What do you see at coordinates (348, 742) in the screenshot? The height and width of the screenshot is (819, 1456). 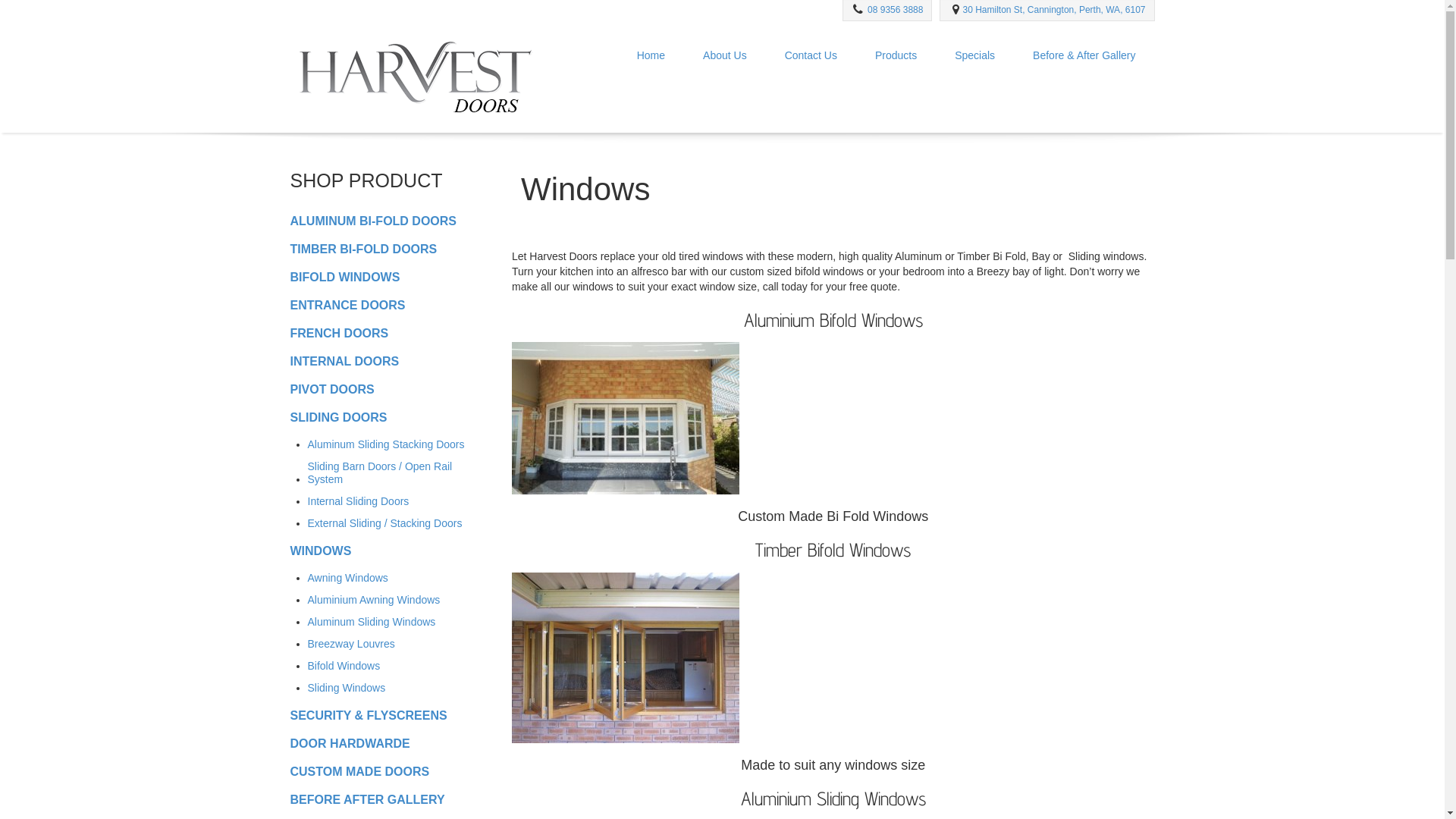 I see `'DOOR HARDWARDE'` at bounding box center [348, 742].